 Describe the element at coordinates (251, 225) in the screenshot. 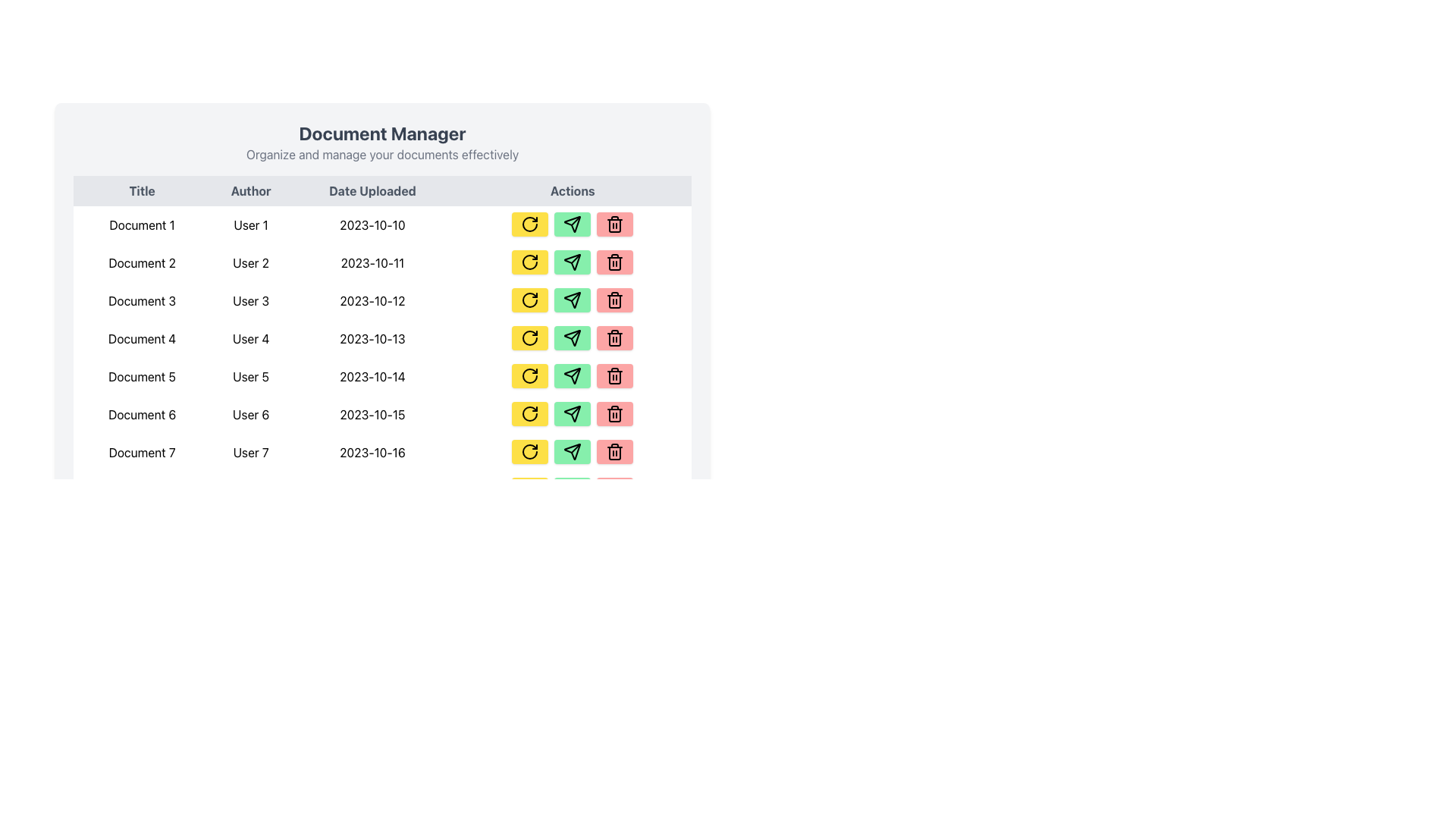

I see `the text label displaying 'User 1' in the 'Author' column of the first row in the table` at that location.